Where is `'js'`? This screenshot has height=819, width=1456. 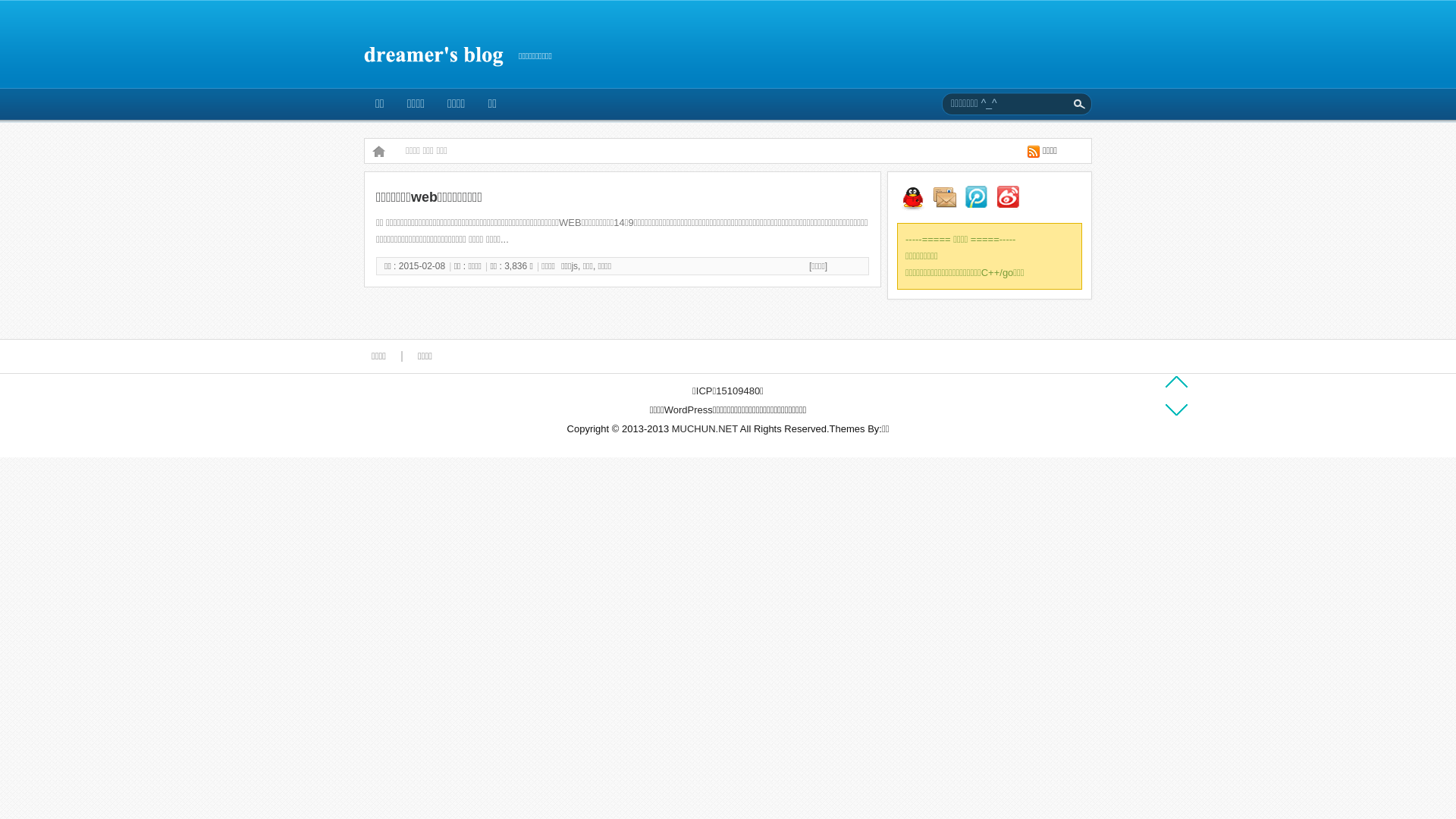
'js' is located at coordinates (573, 265).